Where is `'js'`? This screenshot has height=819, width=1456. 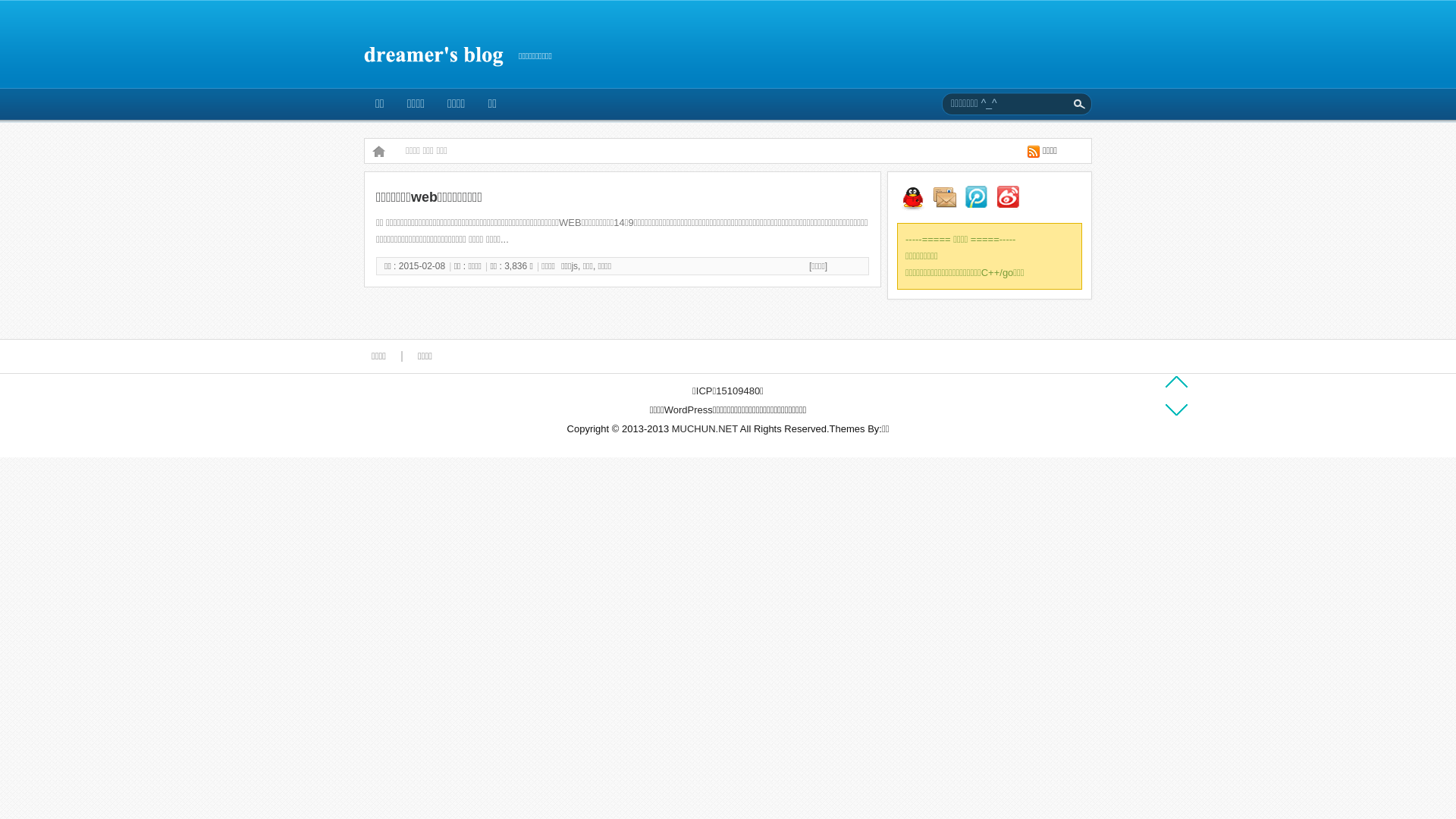
'js' is located at coordinates (573, 265).